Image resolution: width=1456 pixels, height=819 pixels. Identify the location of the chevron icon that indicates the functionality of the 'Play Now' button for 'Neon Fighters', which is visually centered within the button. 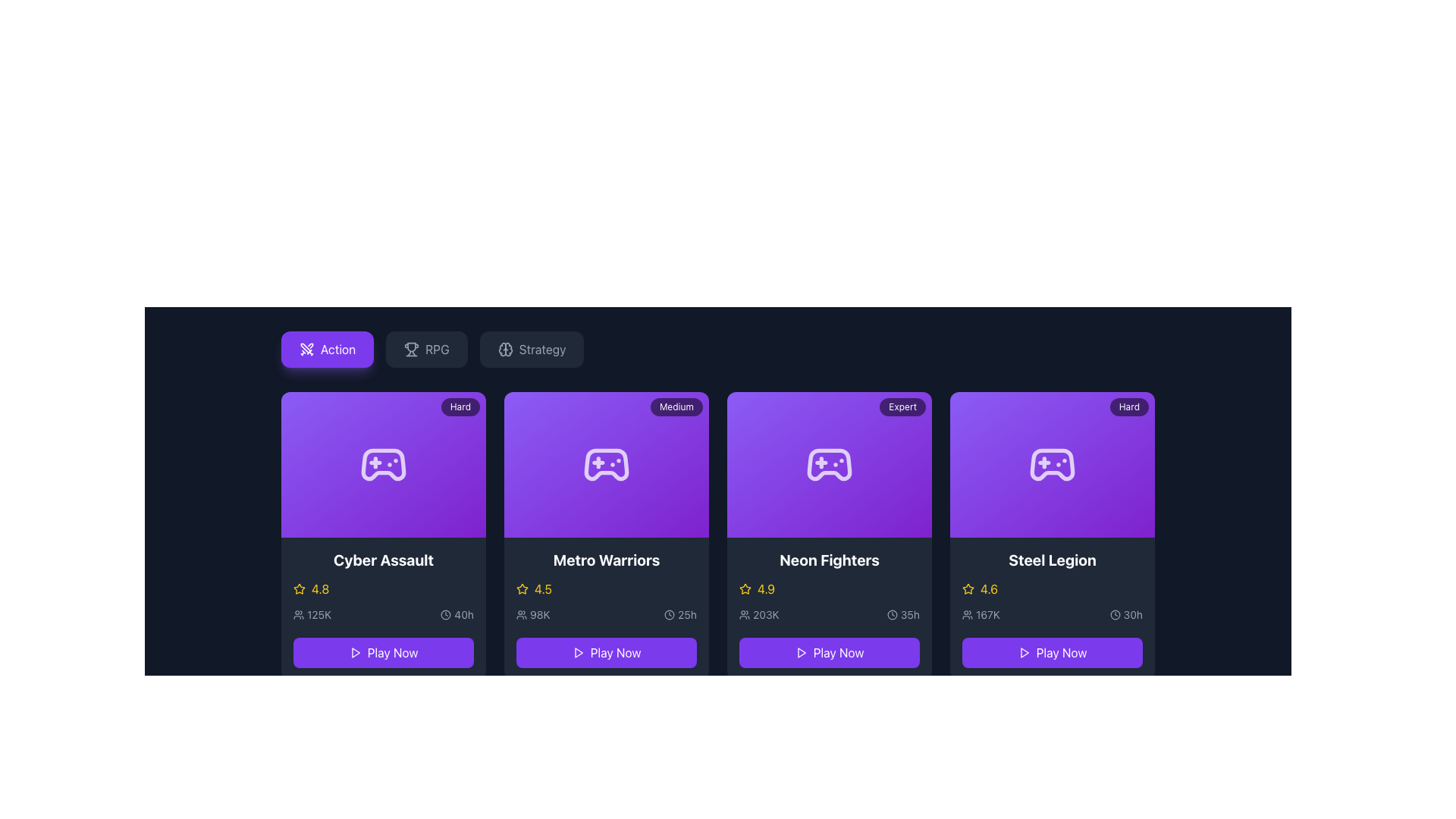
(800, 651).